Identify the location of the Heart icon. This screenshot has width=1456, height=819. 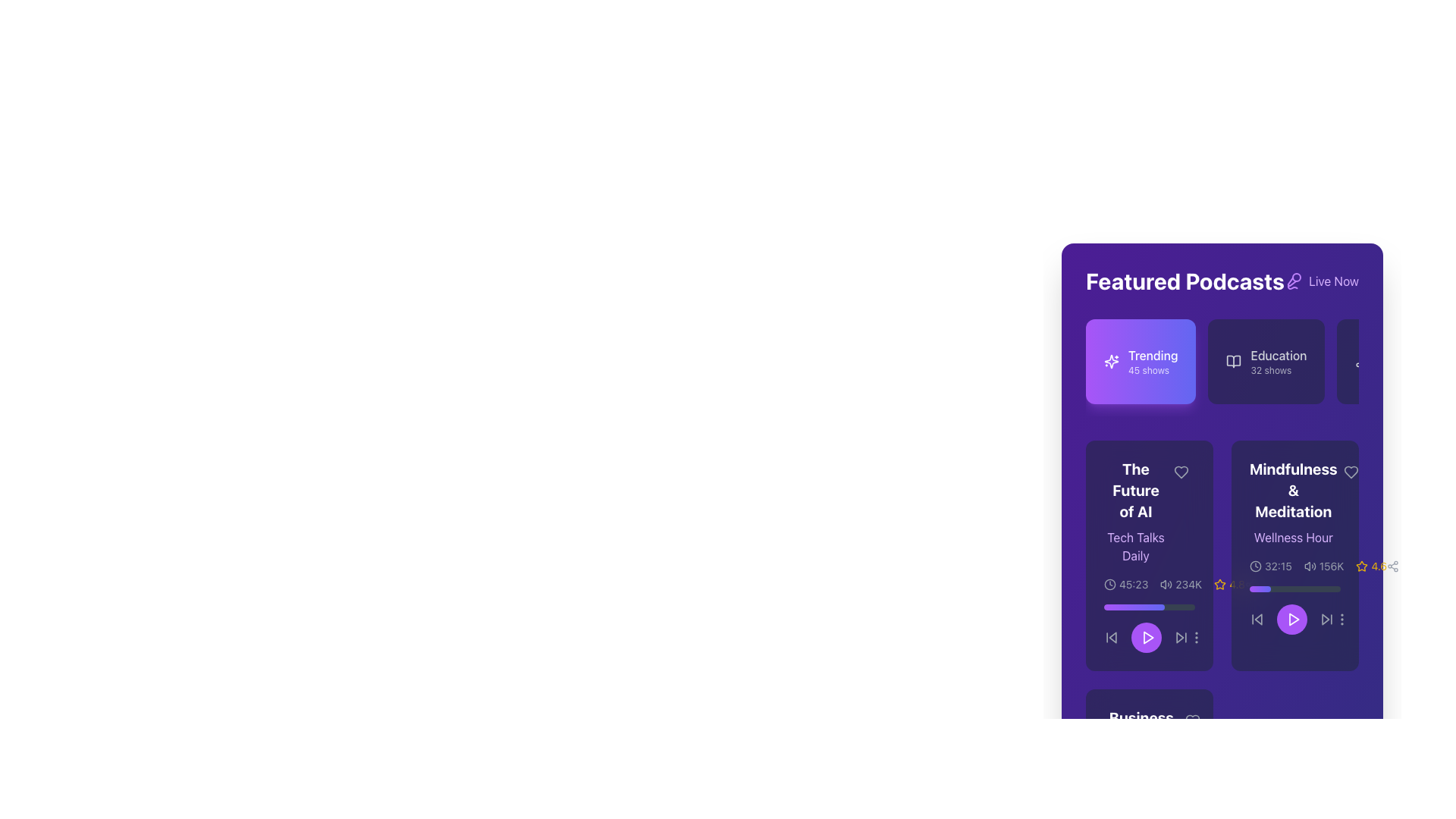
(1181, 472).